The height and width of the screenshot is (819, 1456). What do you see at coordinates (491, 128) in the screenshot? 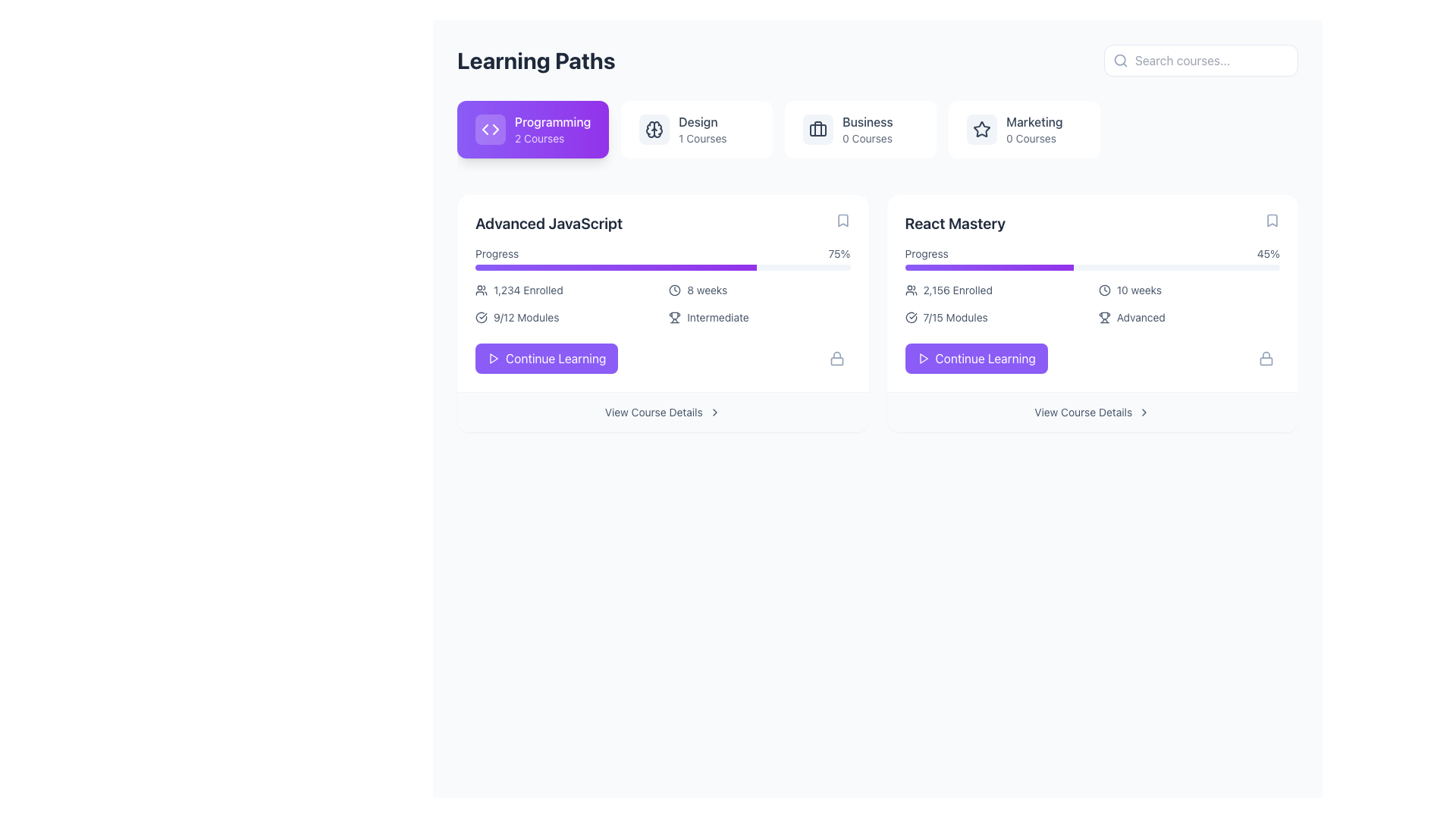
I see `the appearance of the icon resembling a coding or symbol marker, located within the 'Programming' button in the 'Learning Paths' section of the interface` at bounding box center [491, 128].